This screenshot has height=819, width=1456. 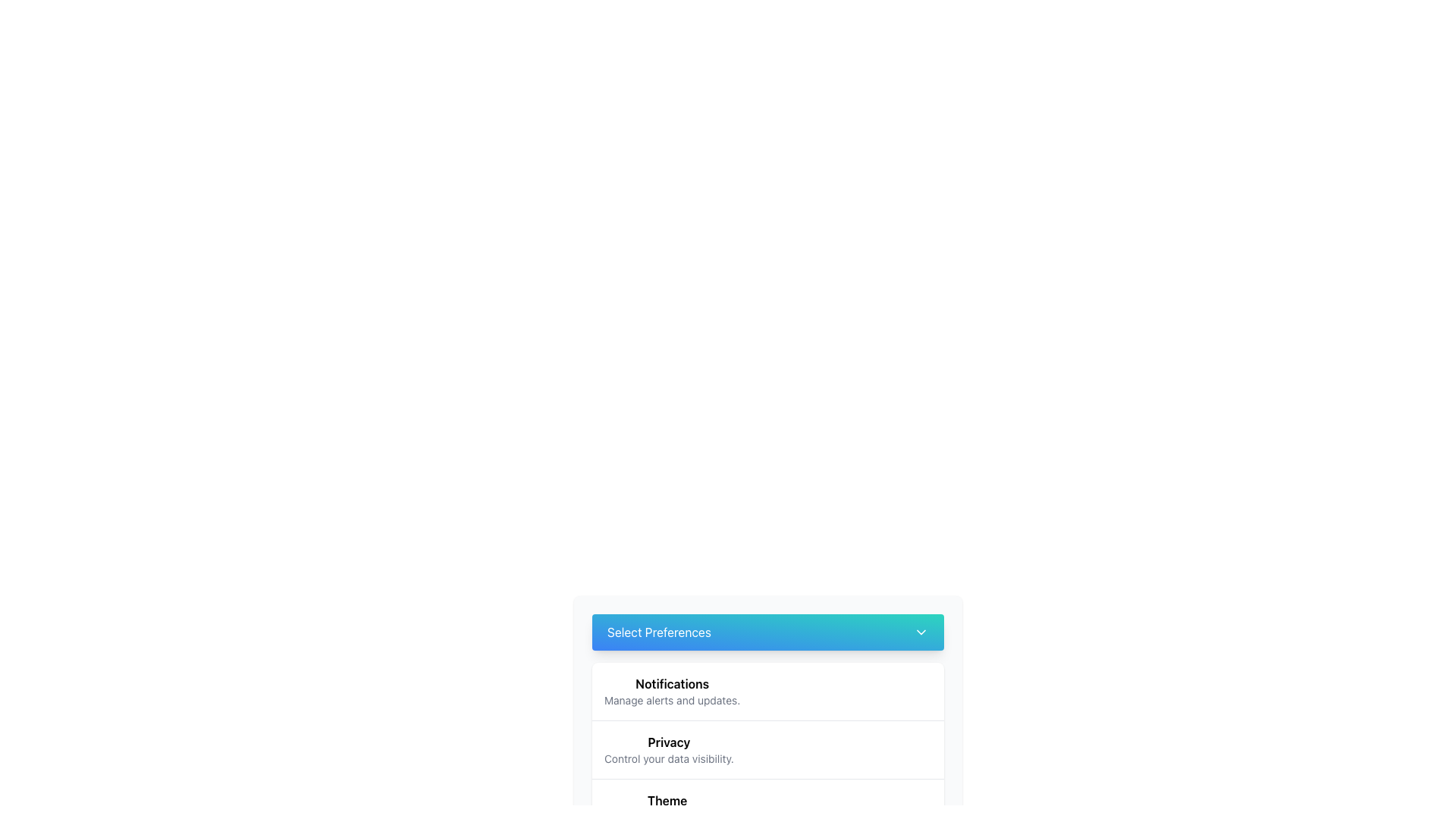 What do you see at coordinates (667, 800) in the screenshot?
I see `the 'Theme' text label which is styled in bold and medium font, located at the top of the descriptive group for selecting light or dark mode` at bounding box center [667, 800].